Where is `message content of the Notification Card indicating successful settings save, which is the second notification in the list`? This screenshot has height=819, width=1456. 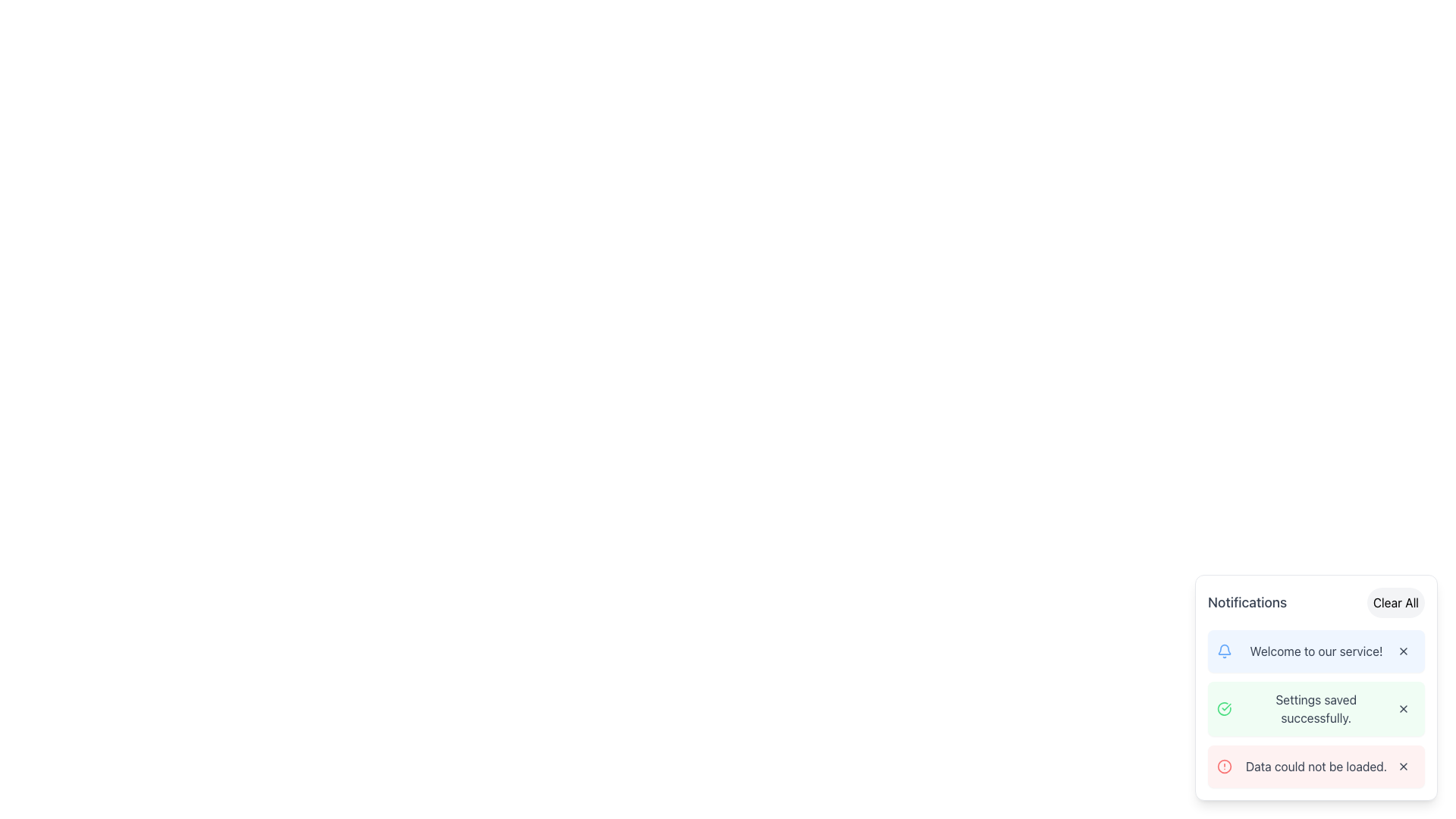 message content of the Notification Card indicating successful settings save, which is the second notification in the list is located at coordinates (1316, 708).